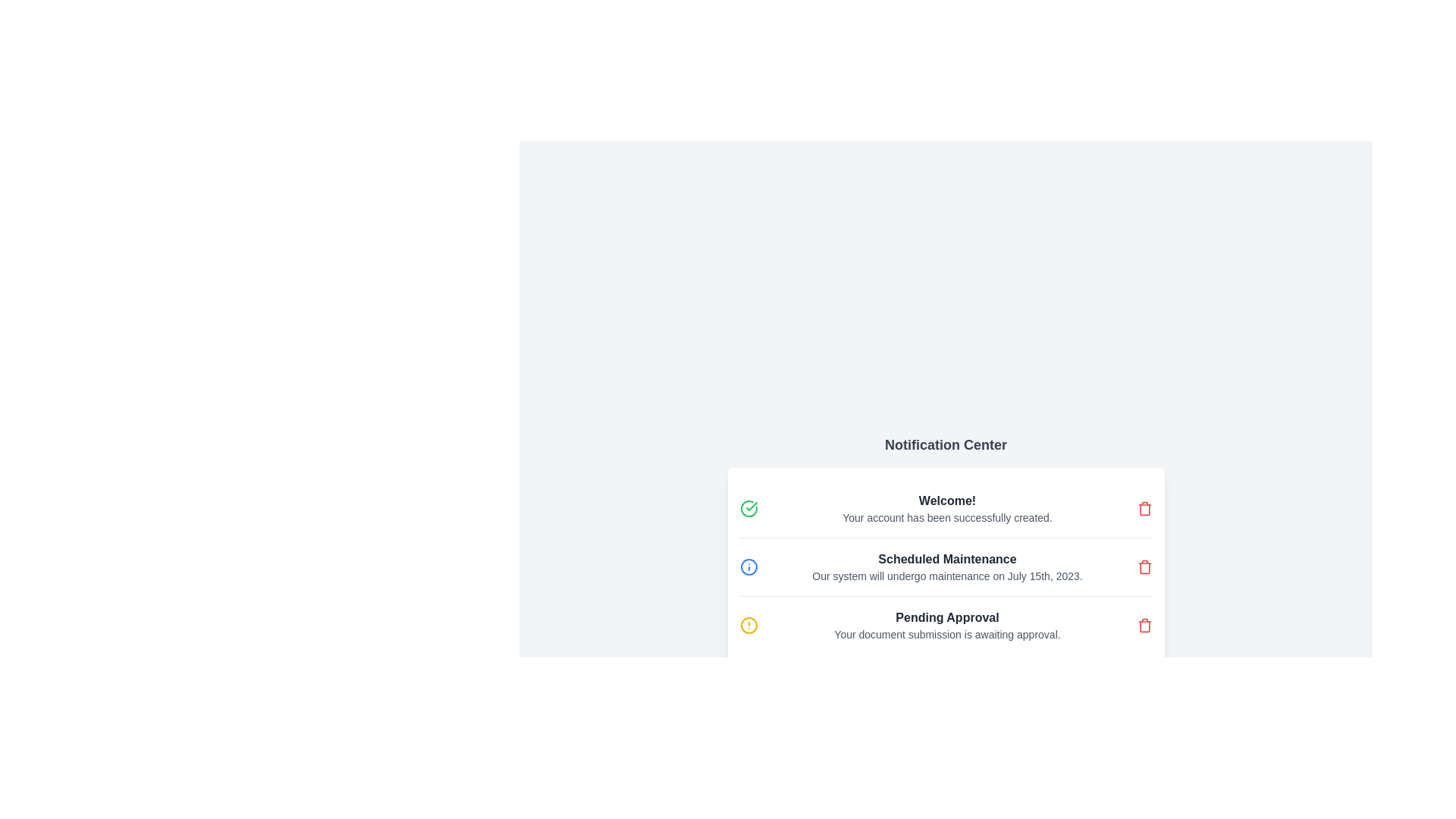 The height and width of the screenshot is (819, 1456). What do you see at coordinates (946, 617) in the screenshot?
I see `the static text label indicating 'Pending Approval', which is positioned above the descriptive text regarding document submission and below other notifications` at bounding box center [946, 617].